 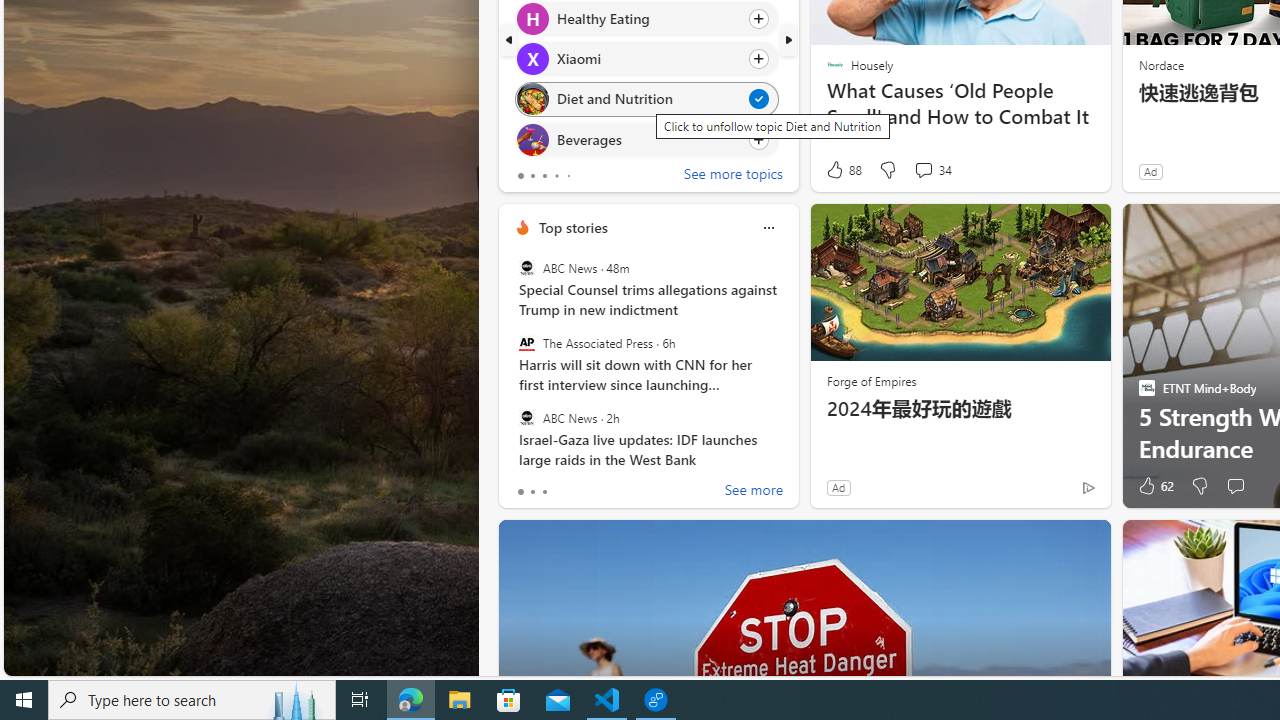 What do you see at coordinates (931, 169) in the screenshot?
I see `'View comments 34 Comment'` at bounding box center [931, 169].